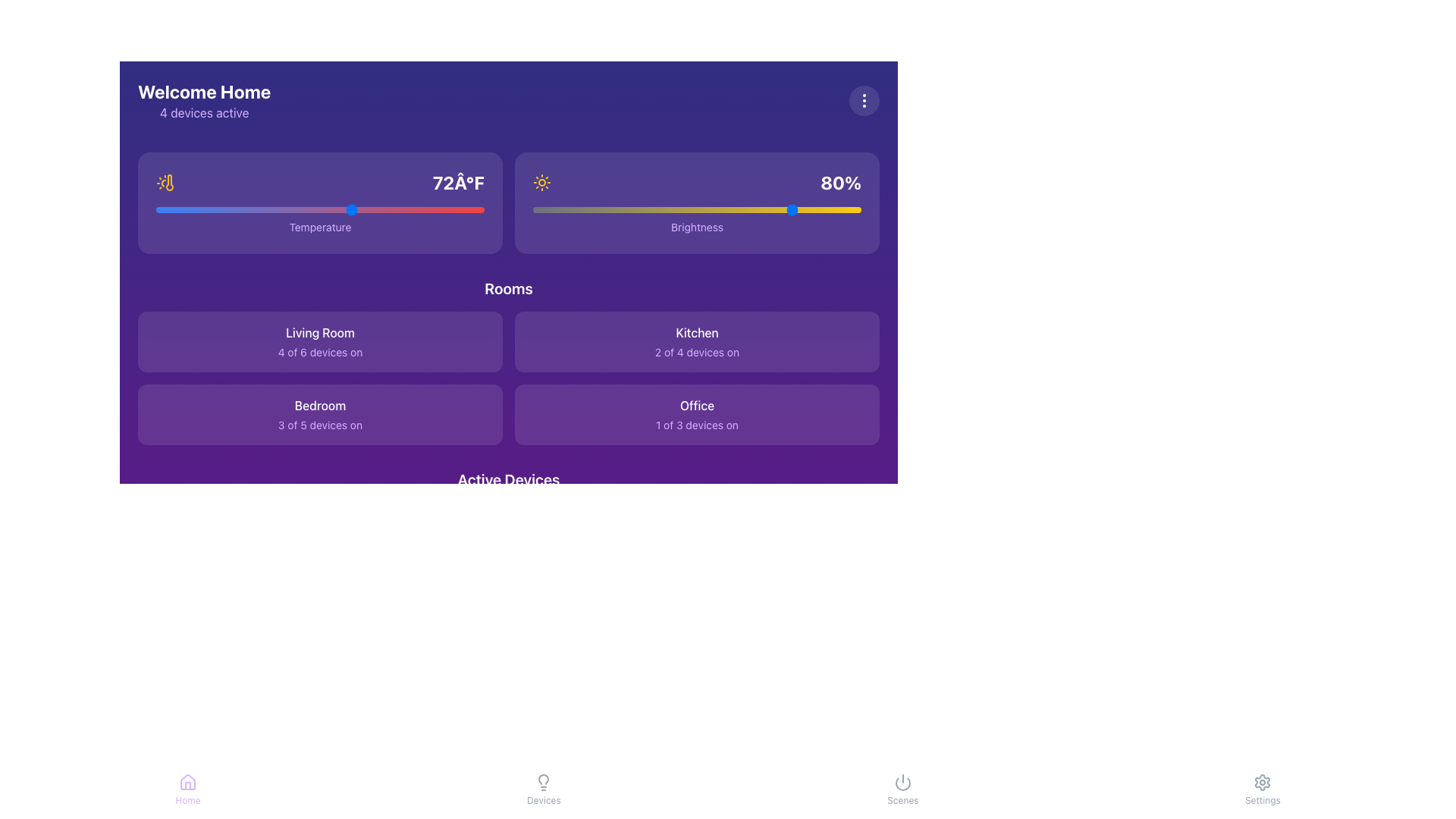 Image resolution: width=1456 pixels, height=819 pixels. What do you see at coordinates (319, 353) in the screenshot?
I see `the text label displaying '4 of 6 devices on' which is styled in a smaller purple font on a darker purple background, located beneath the 'Living Room' title` at bounding box center [319, 353].